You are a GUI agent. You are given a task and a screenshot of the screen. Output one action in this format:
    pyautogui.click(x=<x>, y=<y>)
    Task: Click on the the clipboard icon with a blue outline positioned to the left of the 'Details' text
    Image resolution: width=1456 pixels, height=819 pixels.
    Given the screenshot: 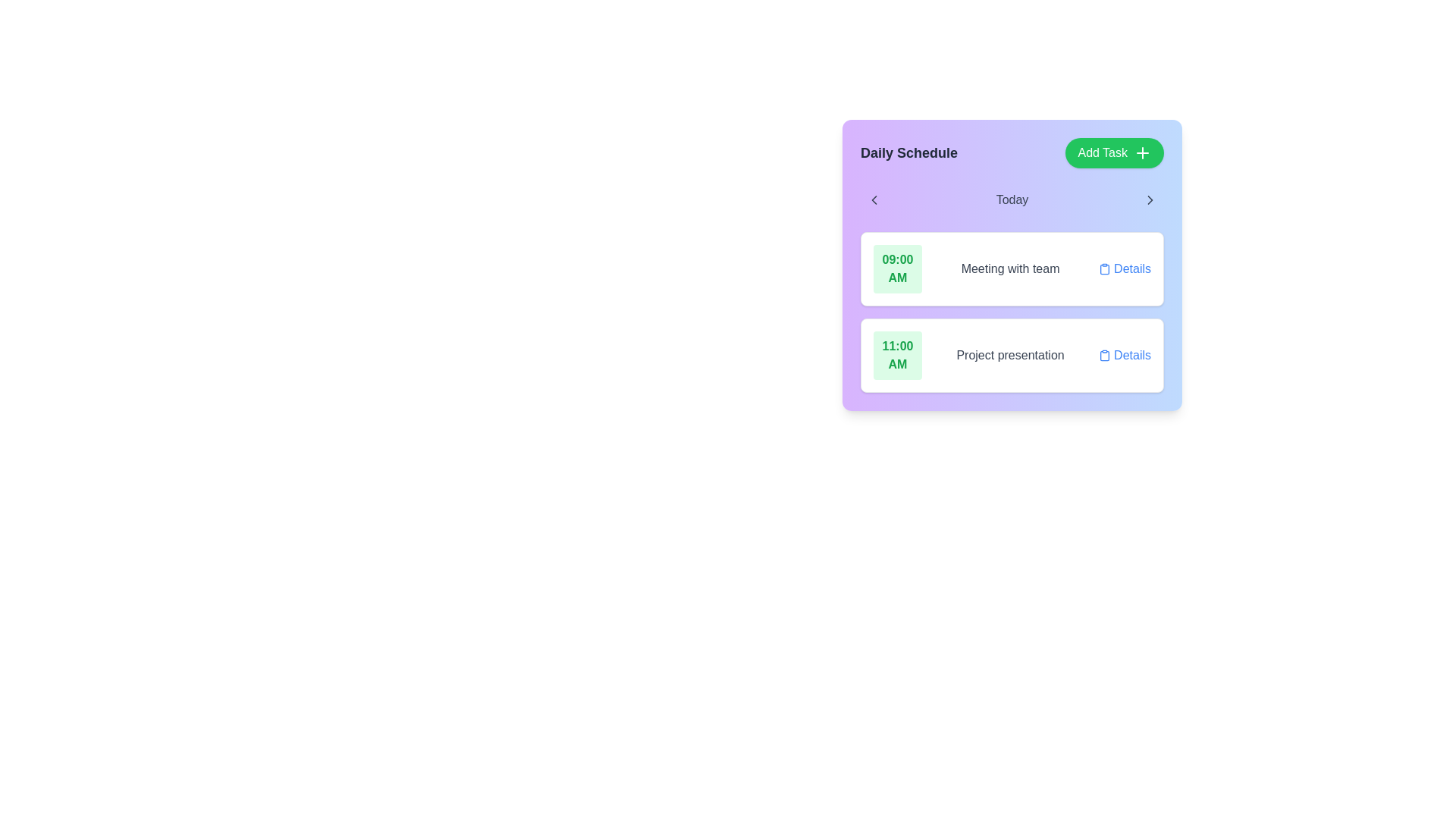 What is the action you would take?
    pyautogui.click(x=1105, y=356)
    